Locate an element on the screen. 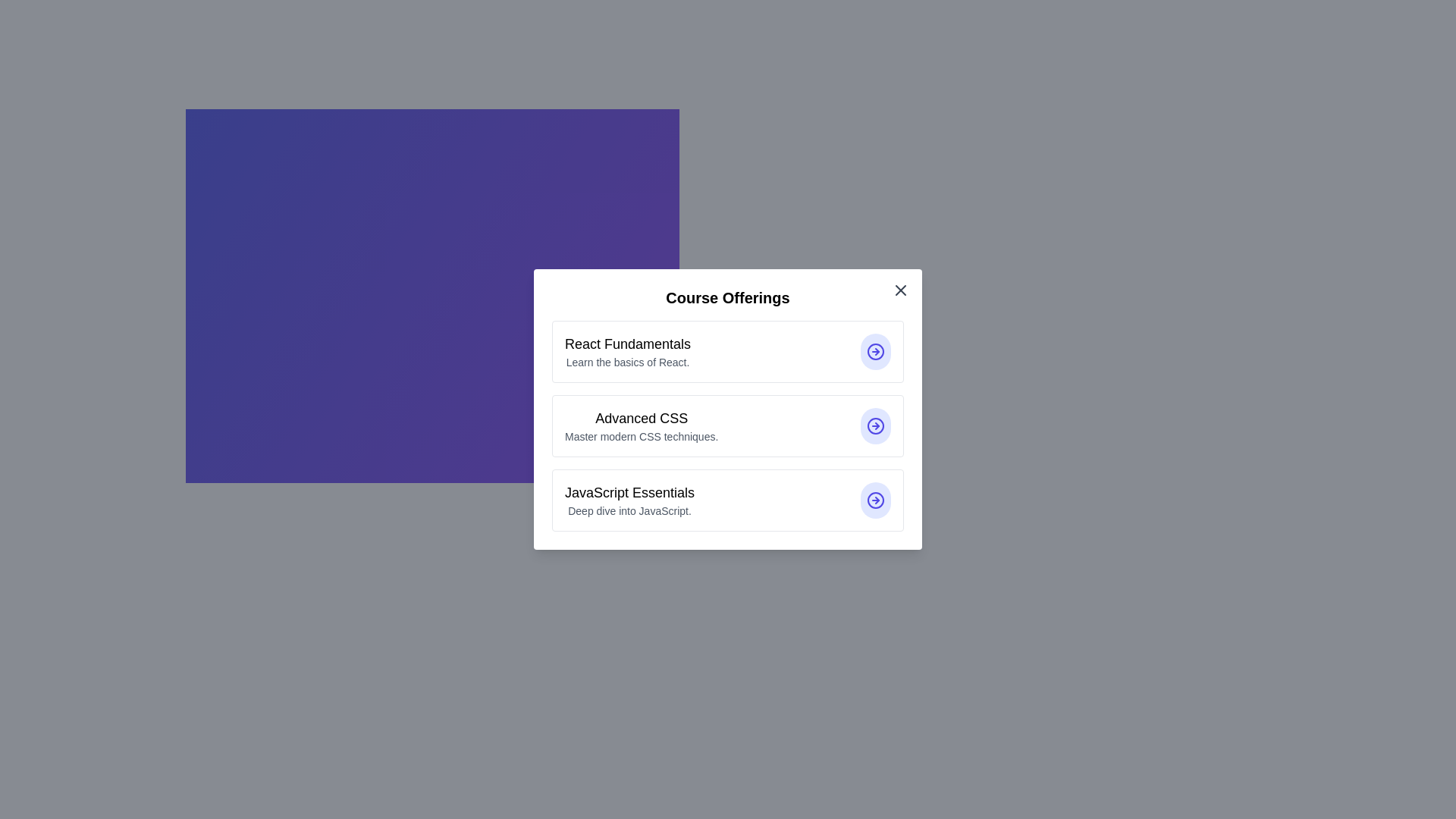 Image resolution: width=1456 pixels, height=819 pixels. the icon button located to the right of the 'Advanced CSS' text description in the 'Course Offerings' modal is located at coordinates (876, 426).